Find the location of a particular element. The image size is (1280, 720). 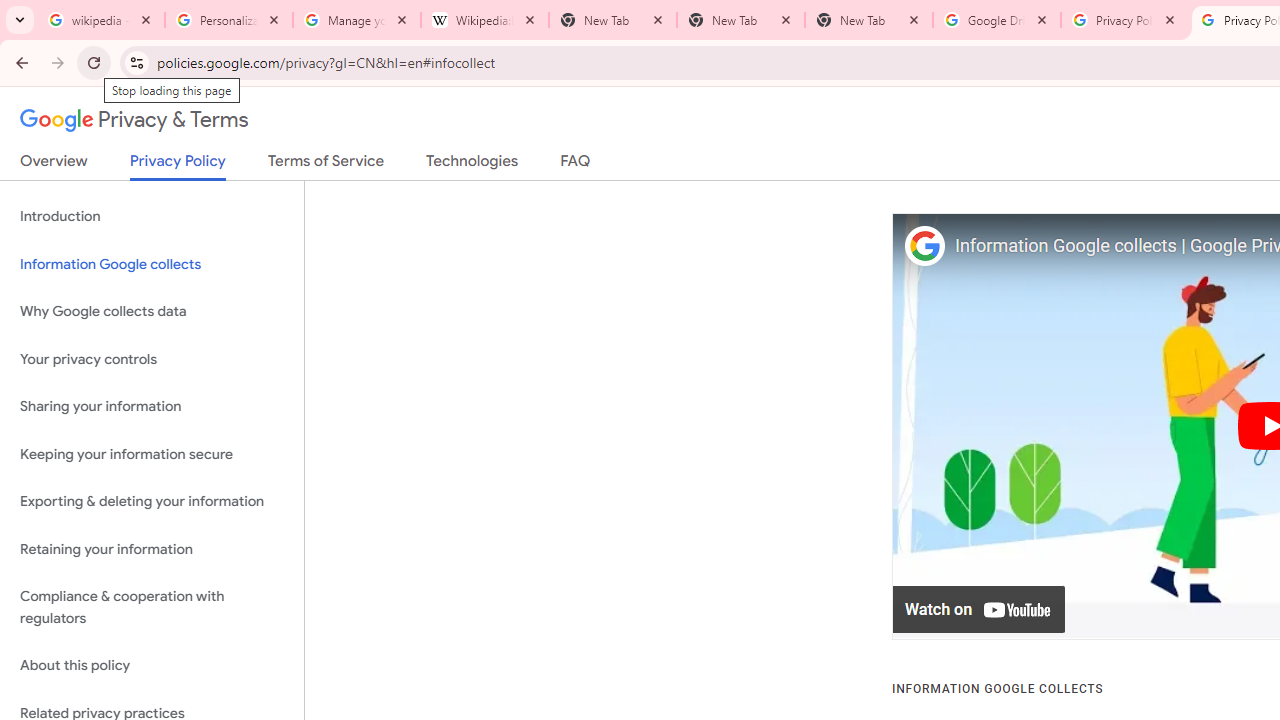

'Information Google collects' is located at coordinates (151, 263).